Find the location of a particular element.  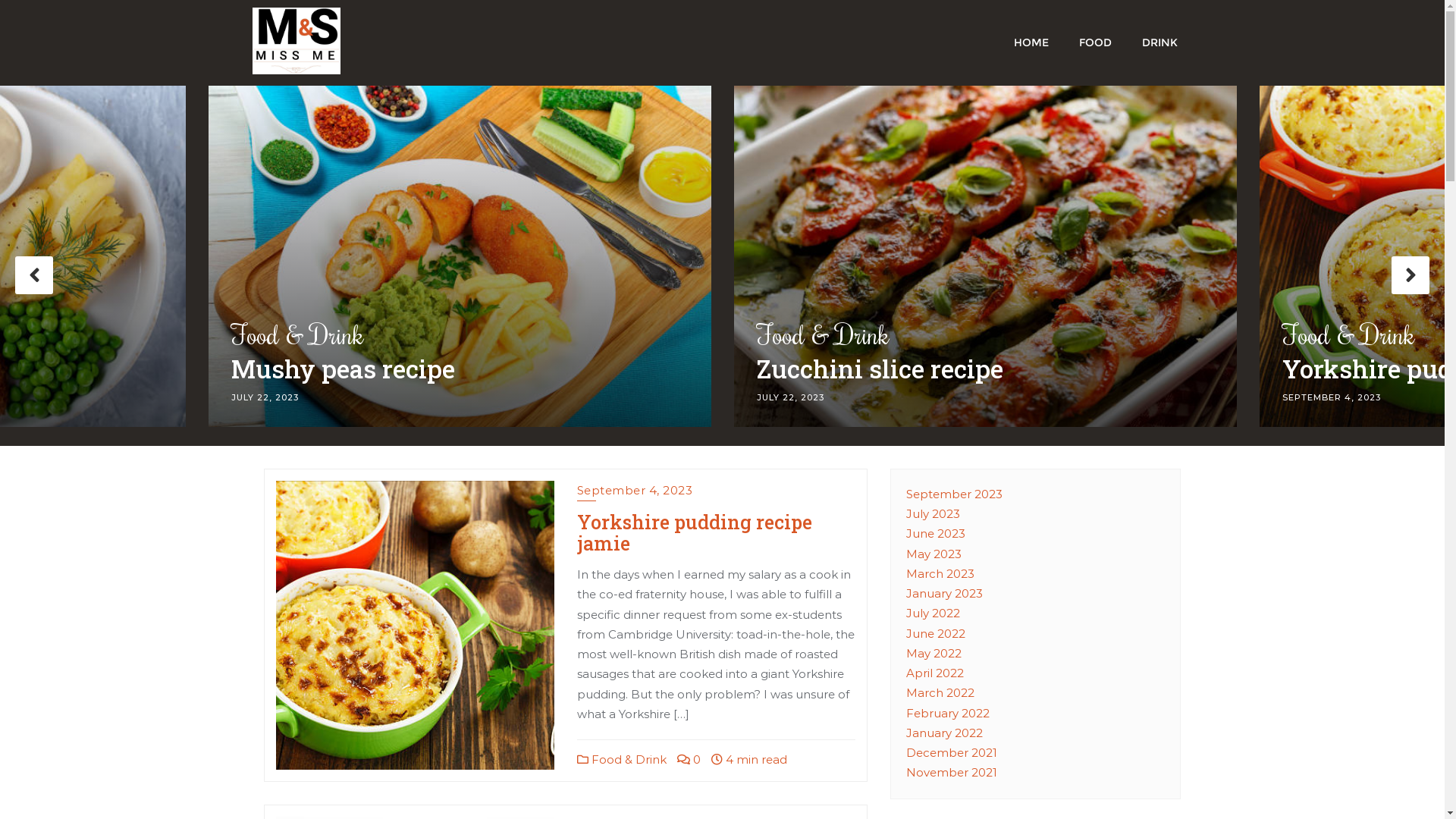

'May 2023' is located at coordinates (933, 554).